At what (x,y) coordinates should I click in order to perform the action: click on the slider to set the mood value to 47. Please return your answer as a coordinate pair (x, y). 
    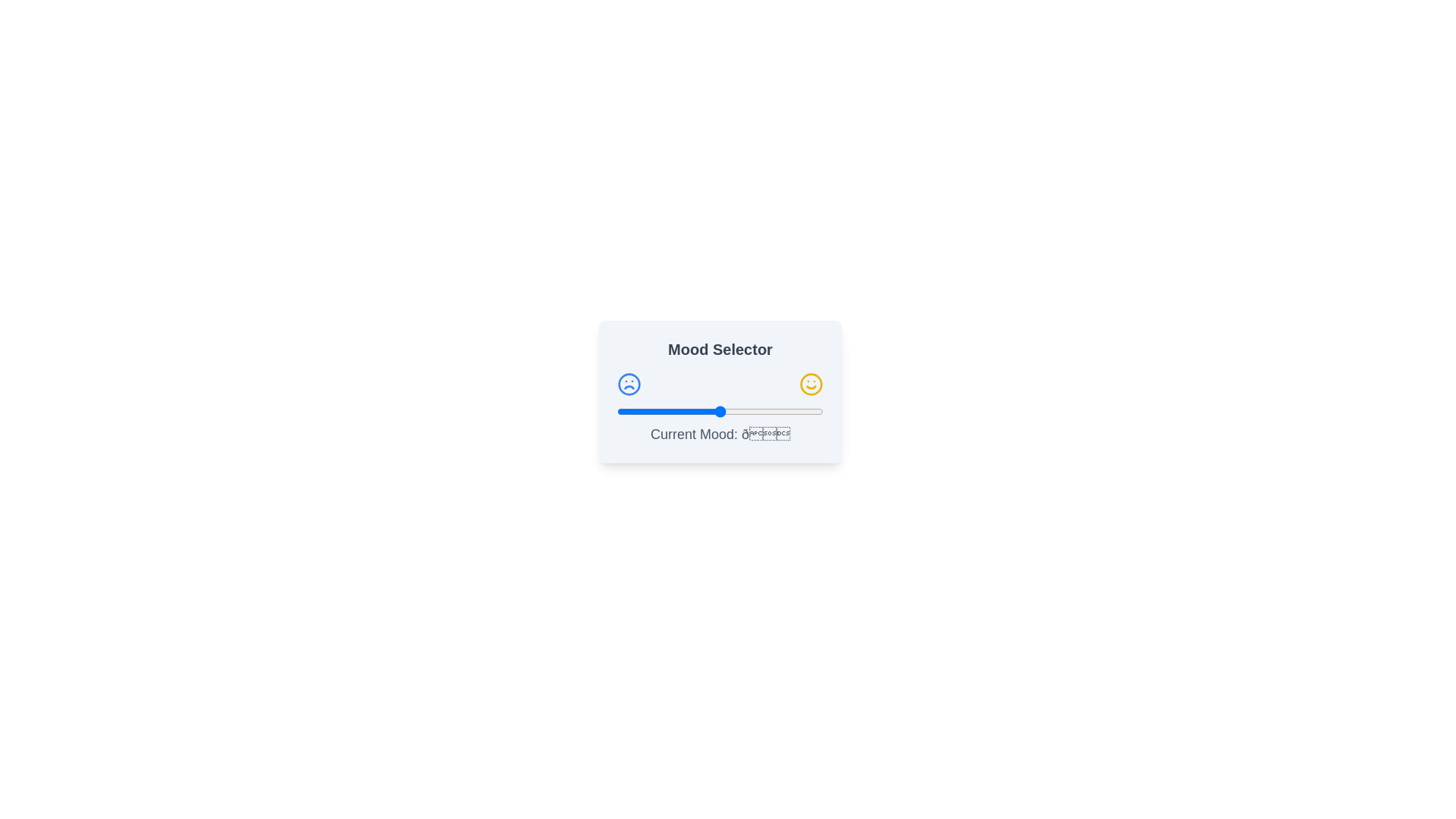
    Looking at the image, I should click on (713, 412).